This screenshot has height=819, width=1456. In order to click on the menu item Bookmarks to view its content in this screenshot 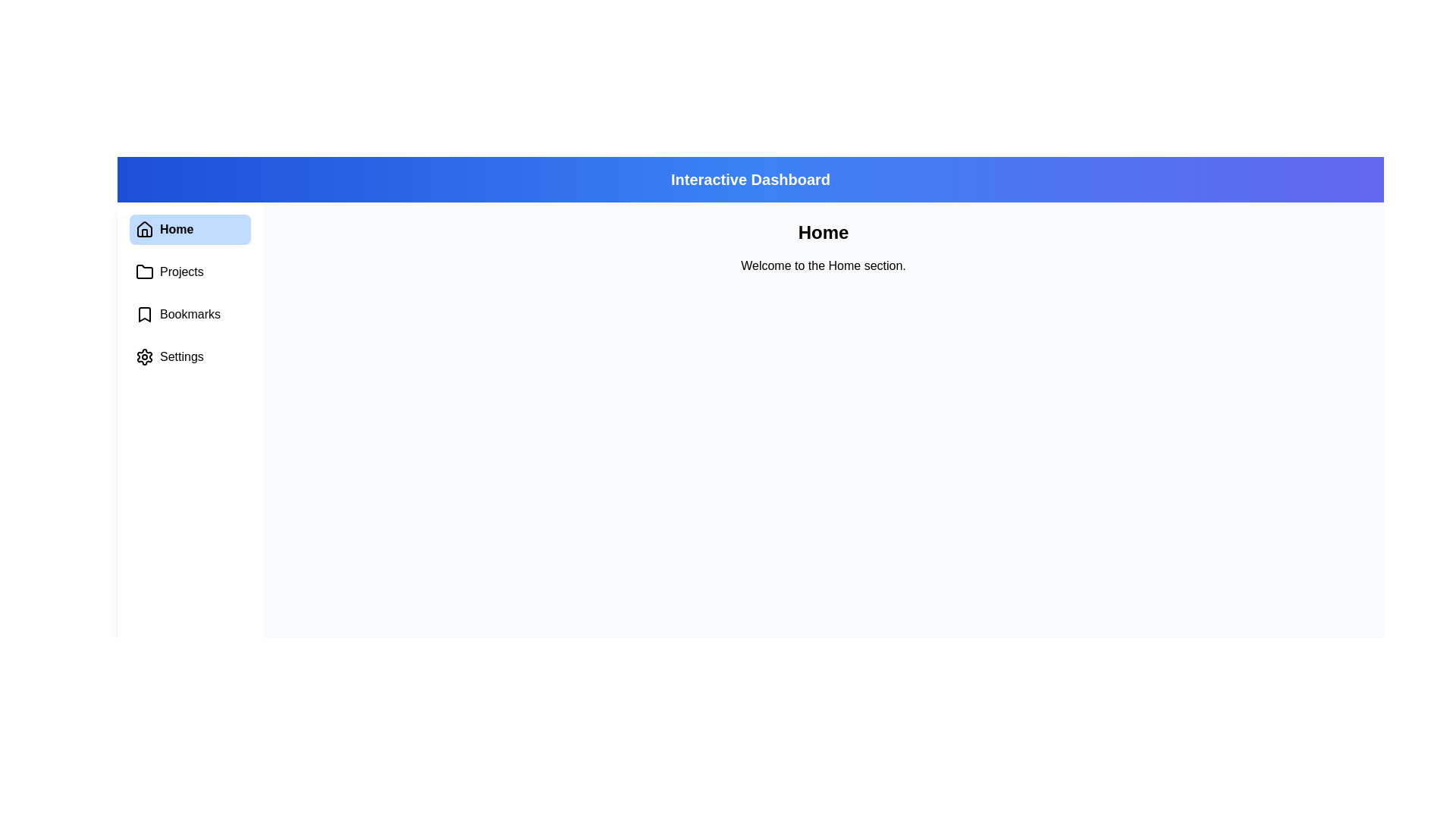, I will do `click(189, 314)`.